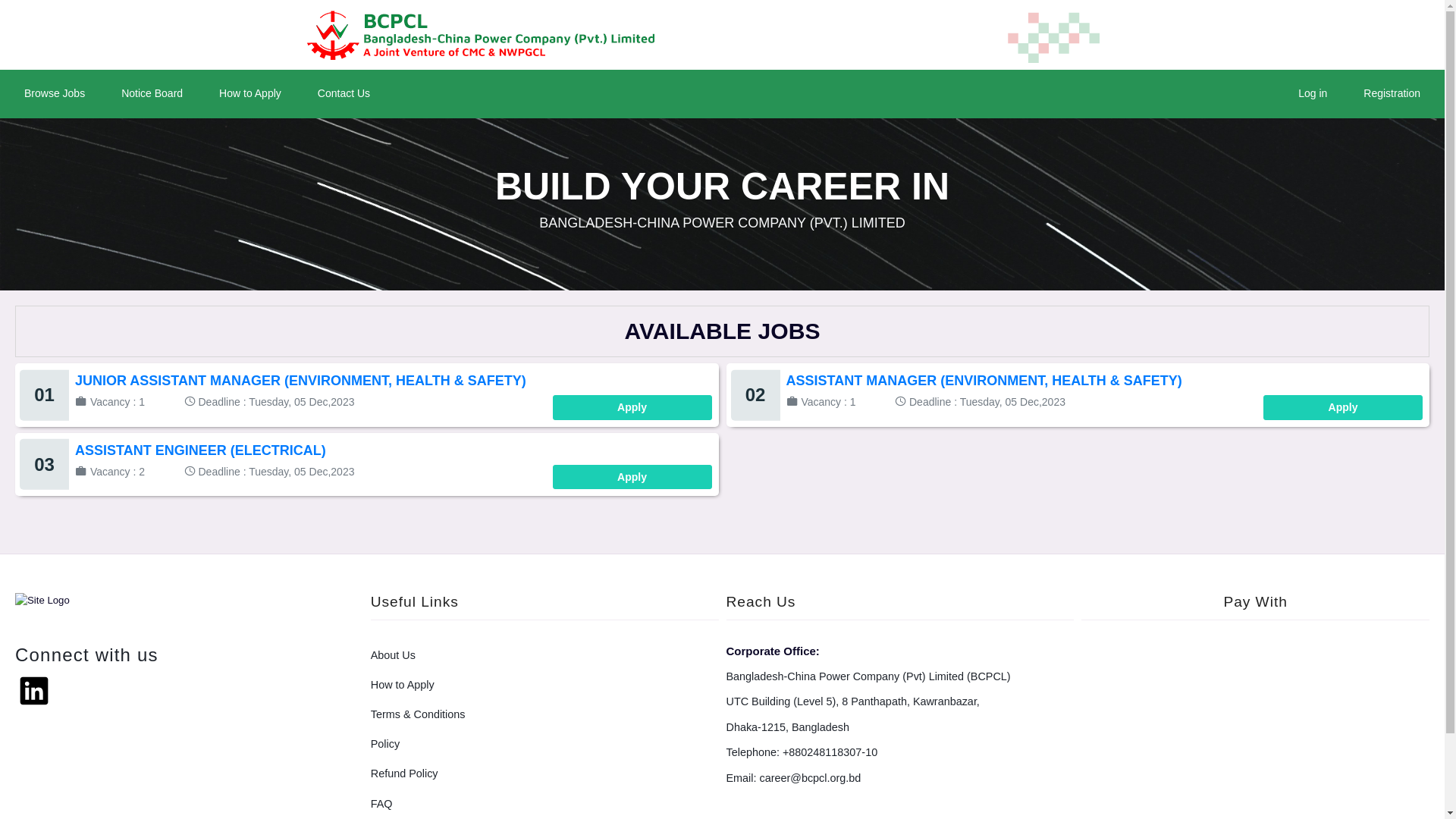 The height and width of the screenshot is (819, 1456). I want to click on 'ASSISTANT ENGINEER (ELECTRICAL)', so click(199, 450).